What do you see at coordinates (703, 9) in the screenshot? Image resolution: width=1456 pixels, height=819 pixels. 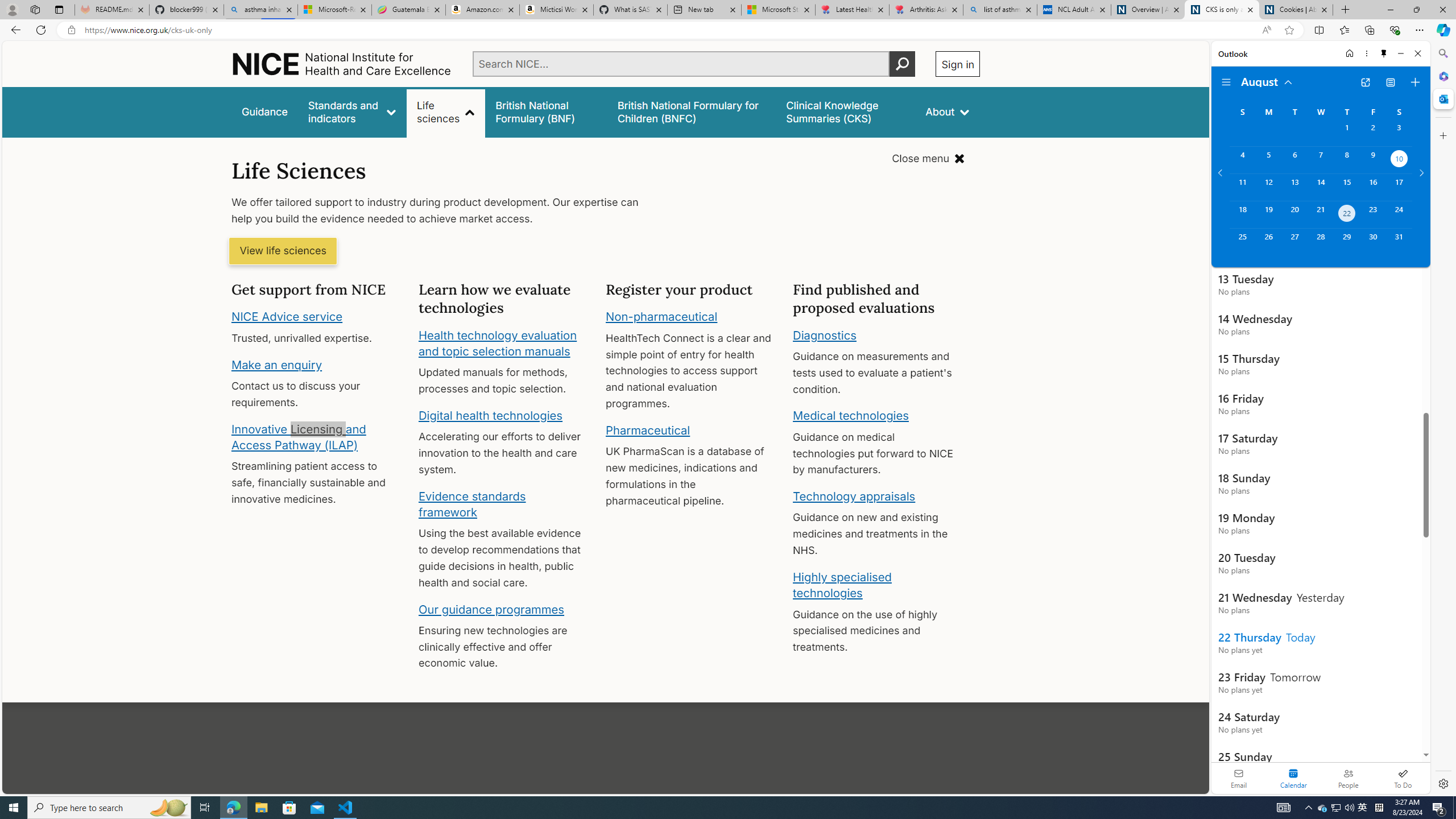 I see `'New tab'` at bounding box center [703, 9].